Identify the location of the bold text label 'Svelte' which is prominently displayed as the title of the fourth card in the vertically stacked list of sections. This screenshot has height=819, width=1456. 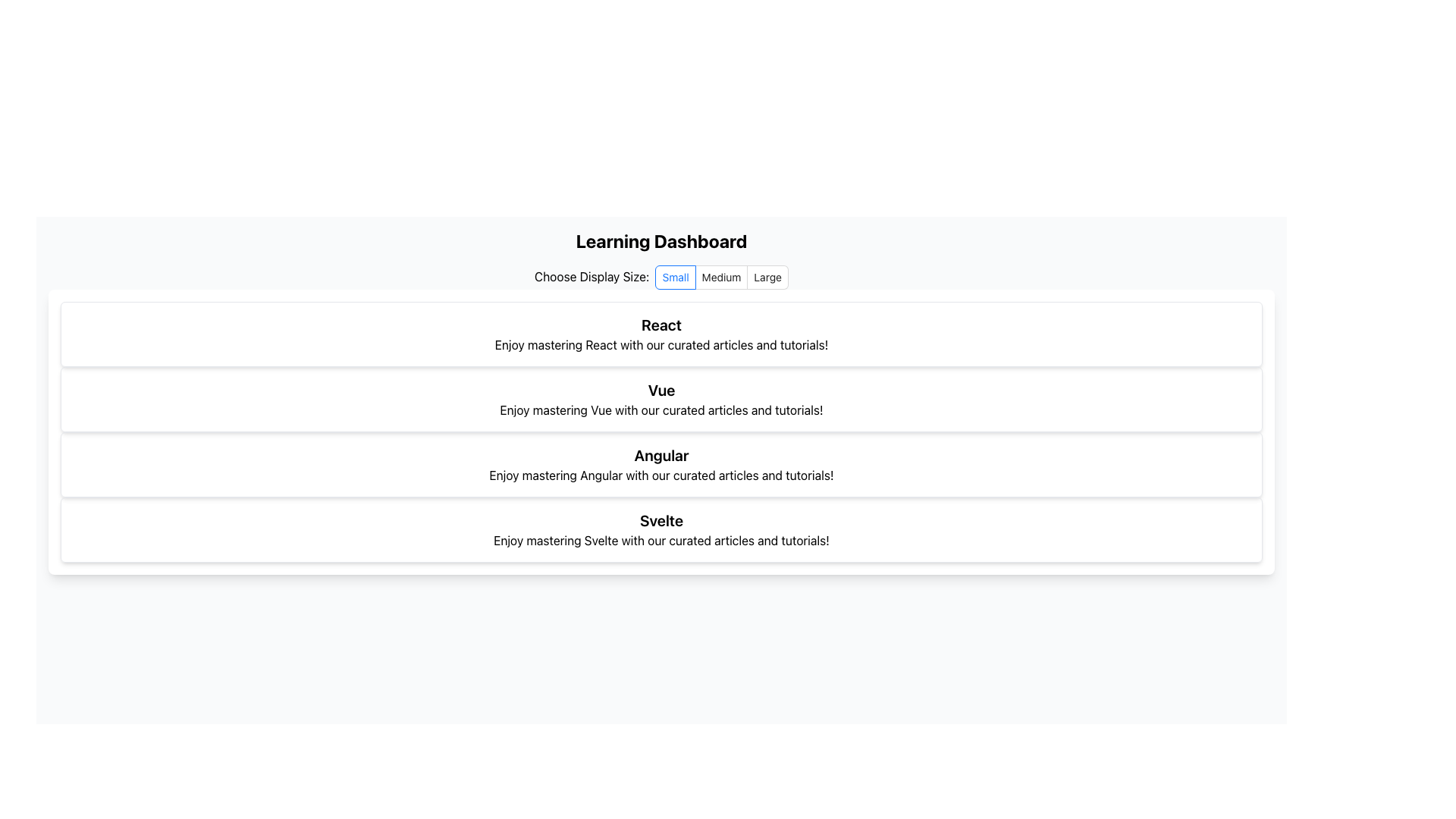
(661, 519).